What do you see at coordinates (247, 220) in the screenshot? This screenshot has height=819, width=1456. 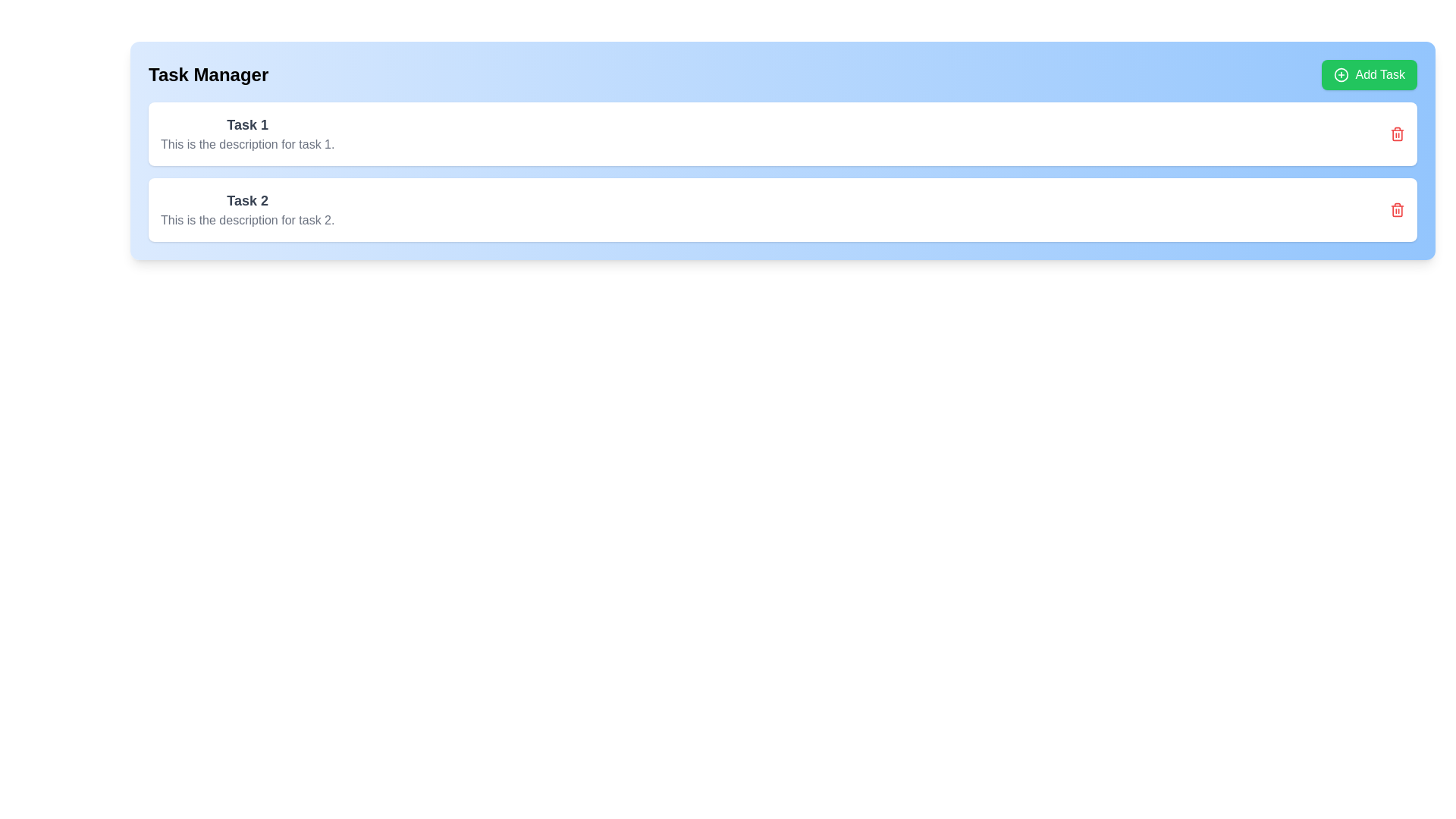 I see `the text label providing additional information about 'Task 2', located in the second task card, directly below the bold text 'Task 2'` at bounding box center [247, 220].